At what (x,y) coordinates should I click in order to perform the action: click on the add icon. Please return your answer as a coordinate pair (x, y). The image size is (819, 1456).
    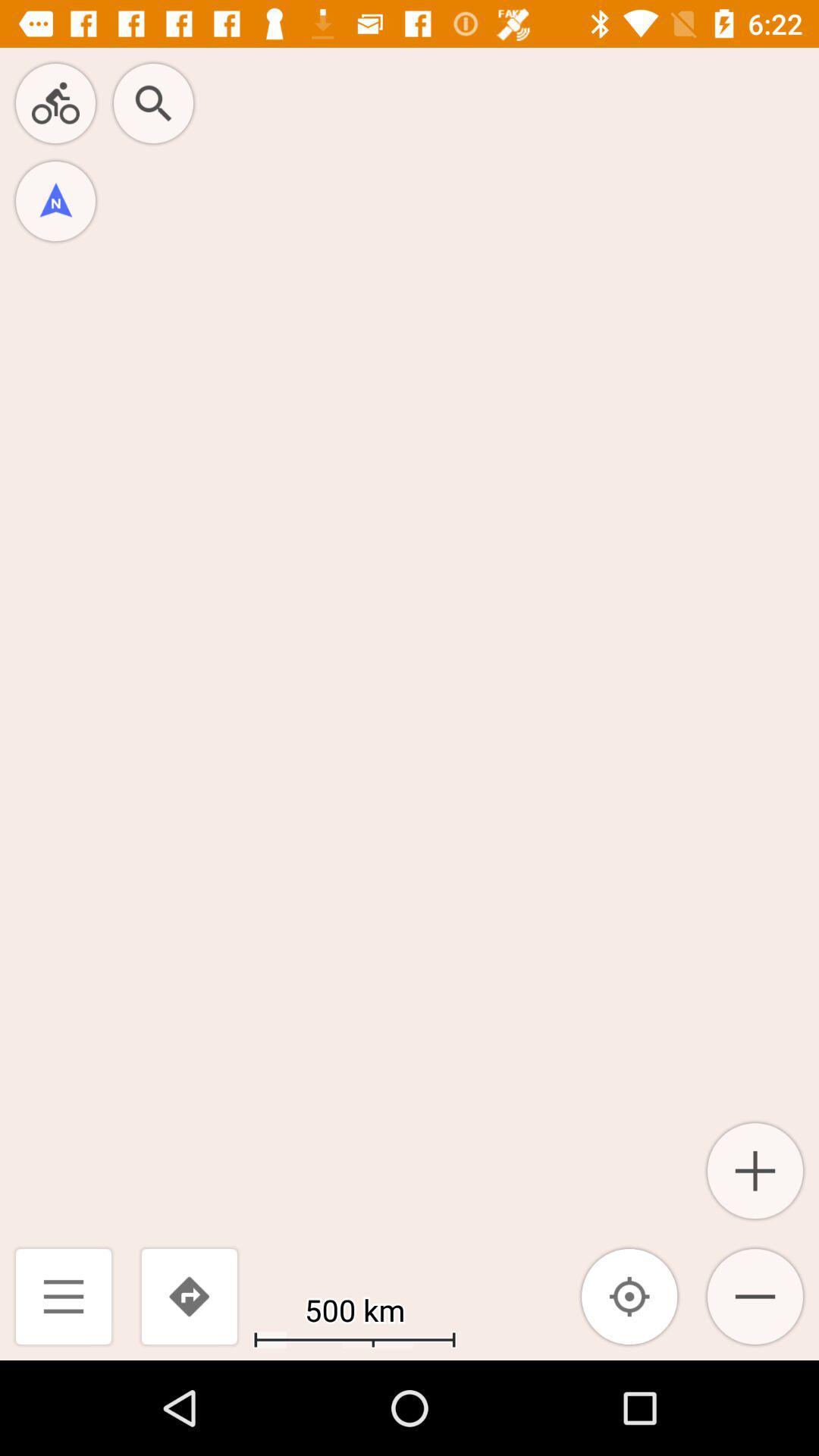
    Looking at the image, I should click on (755, 1170).